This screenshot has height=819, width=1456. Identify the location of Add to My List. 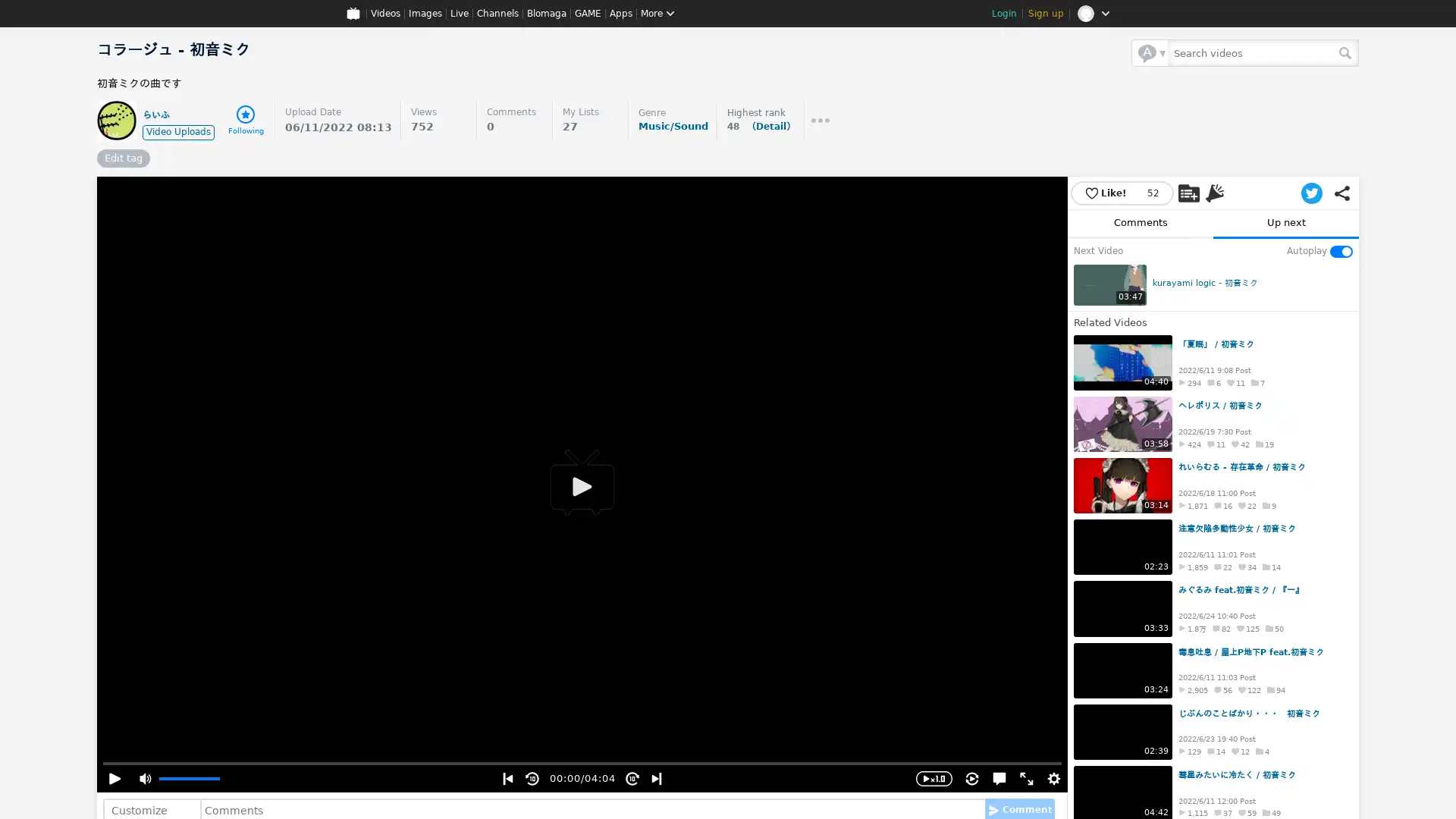
(1188, 192).